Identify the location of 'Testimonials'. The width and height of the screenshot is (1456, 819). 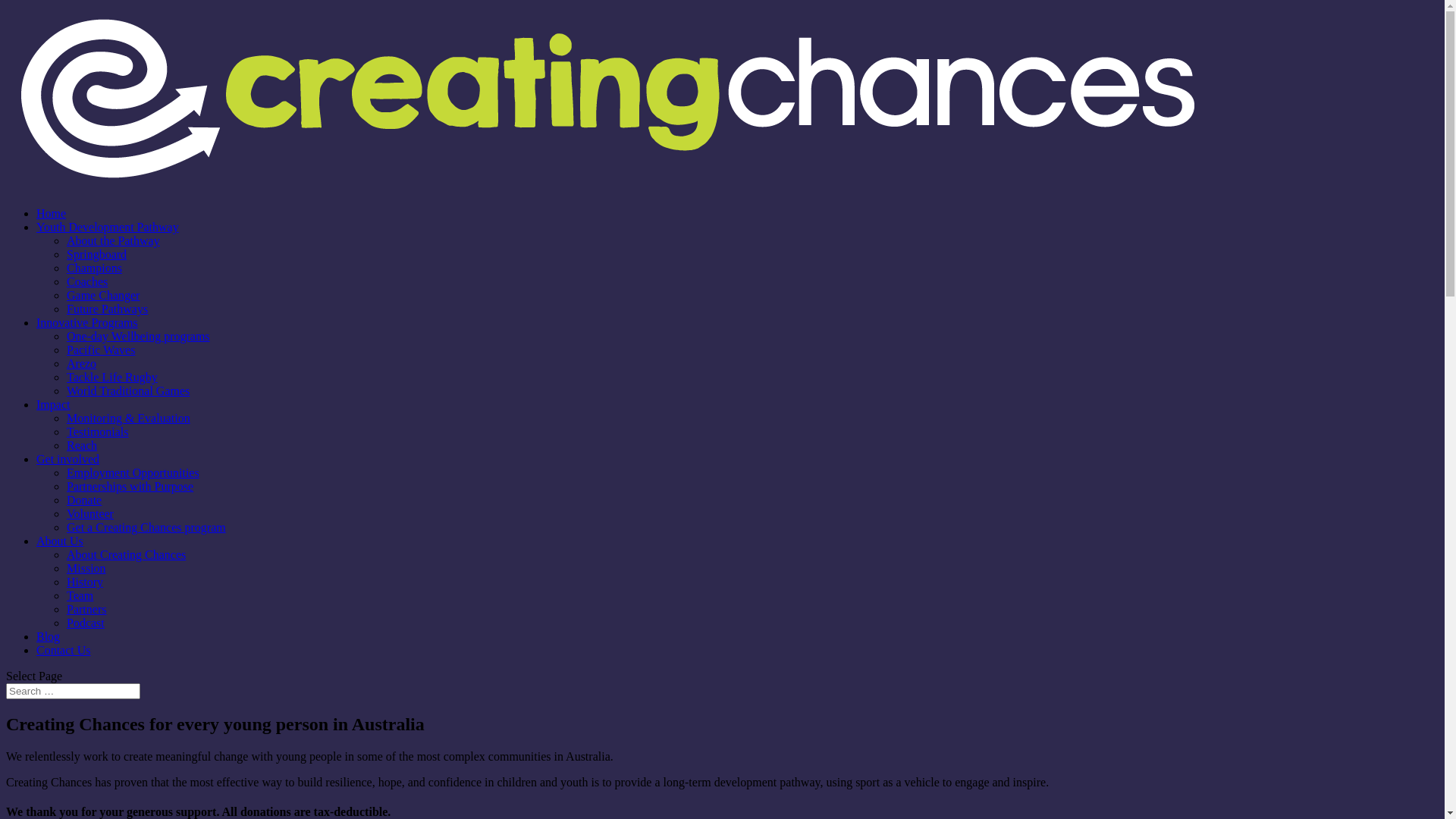
(97, 431).